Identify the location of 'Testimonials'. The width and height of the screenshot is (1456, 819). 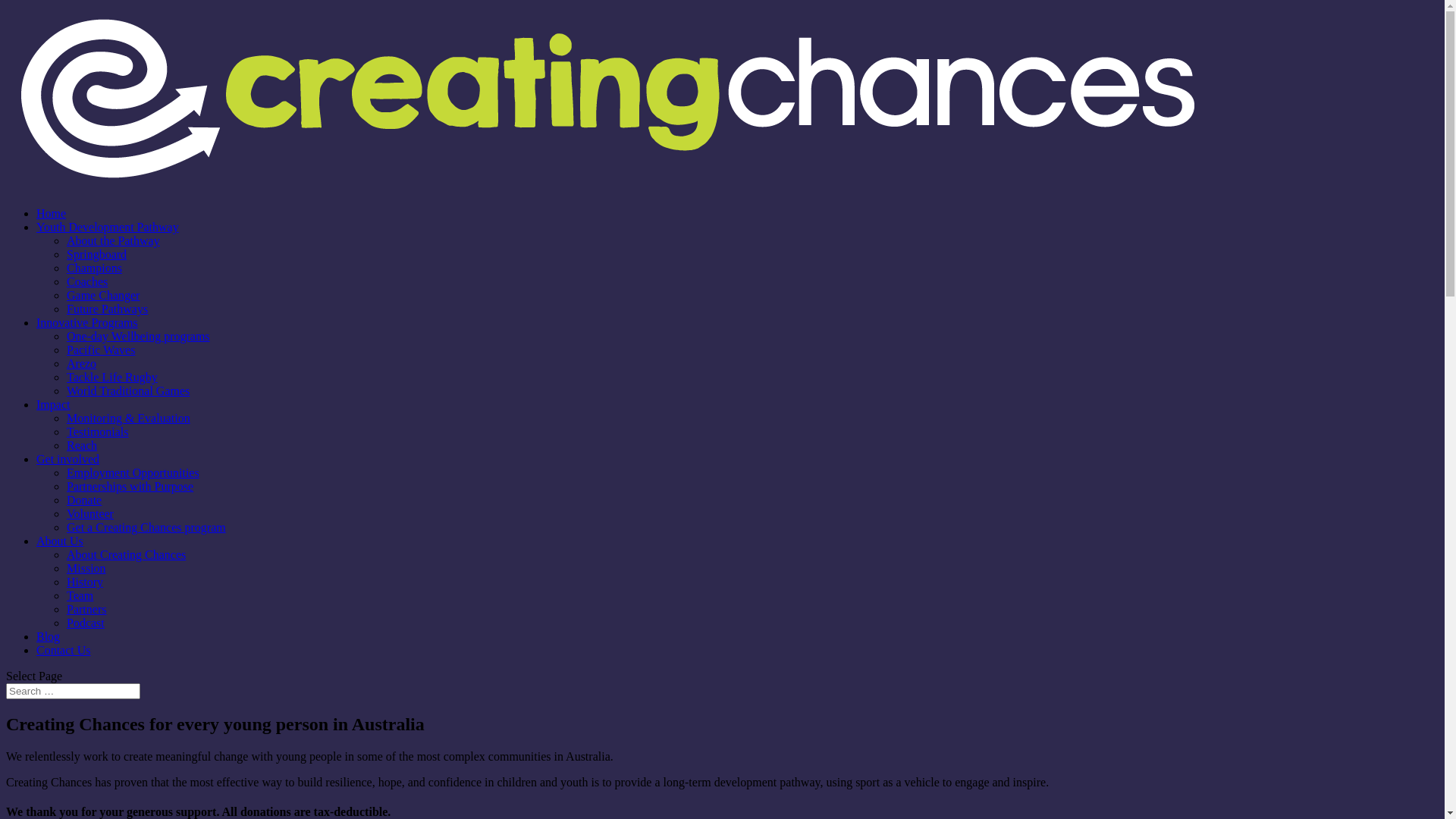
(97, 431).